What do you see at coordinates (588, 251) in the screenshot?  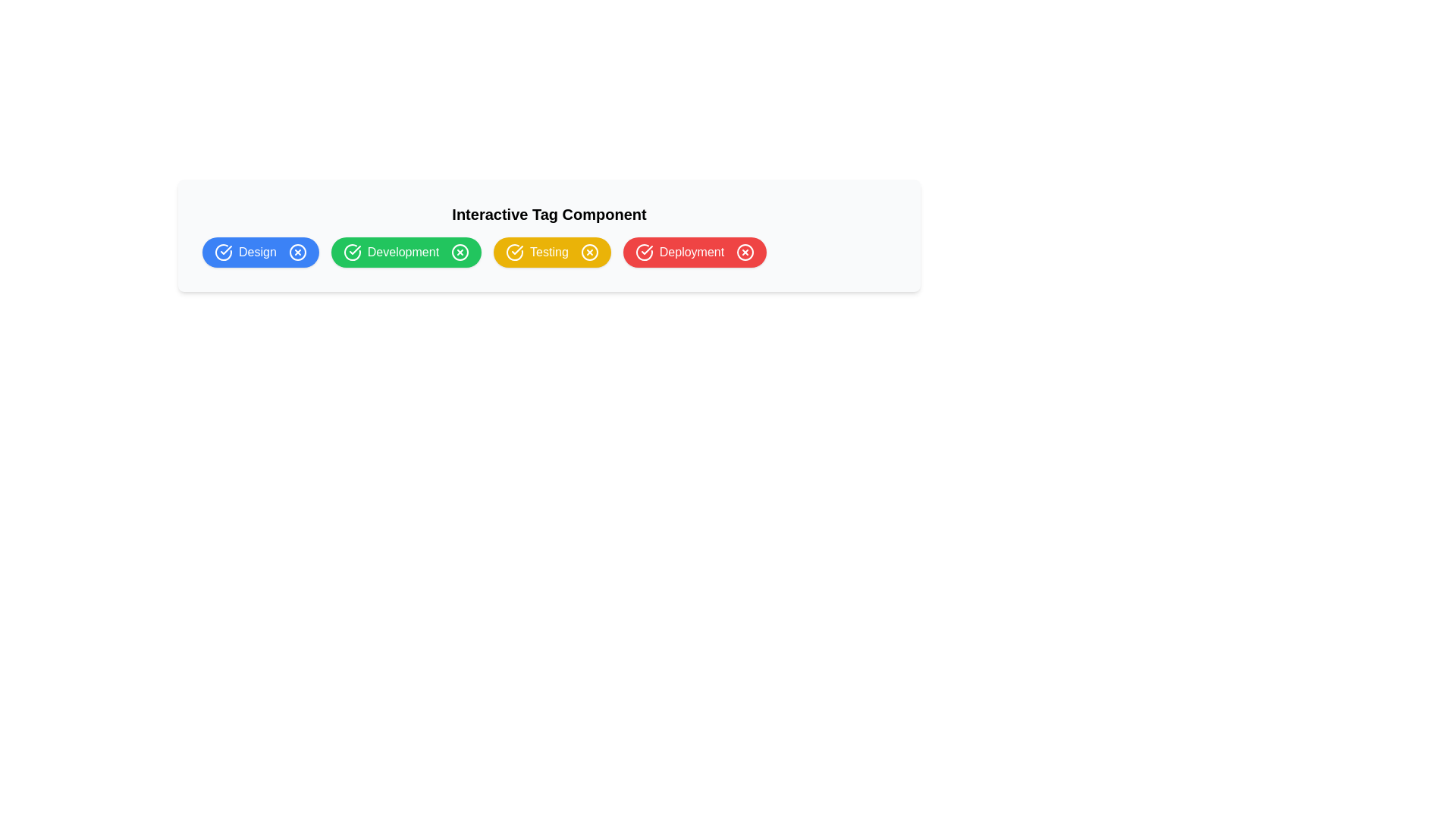 I see `the icon button with a white cross inside a white circle, located at the far-right side of the yellow 'Testing' button` at bounding box center [588, 251].